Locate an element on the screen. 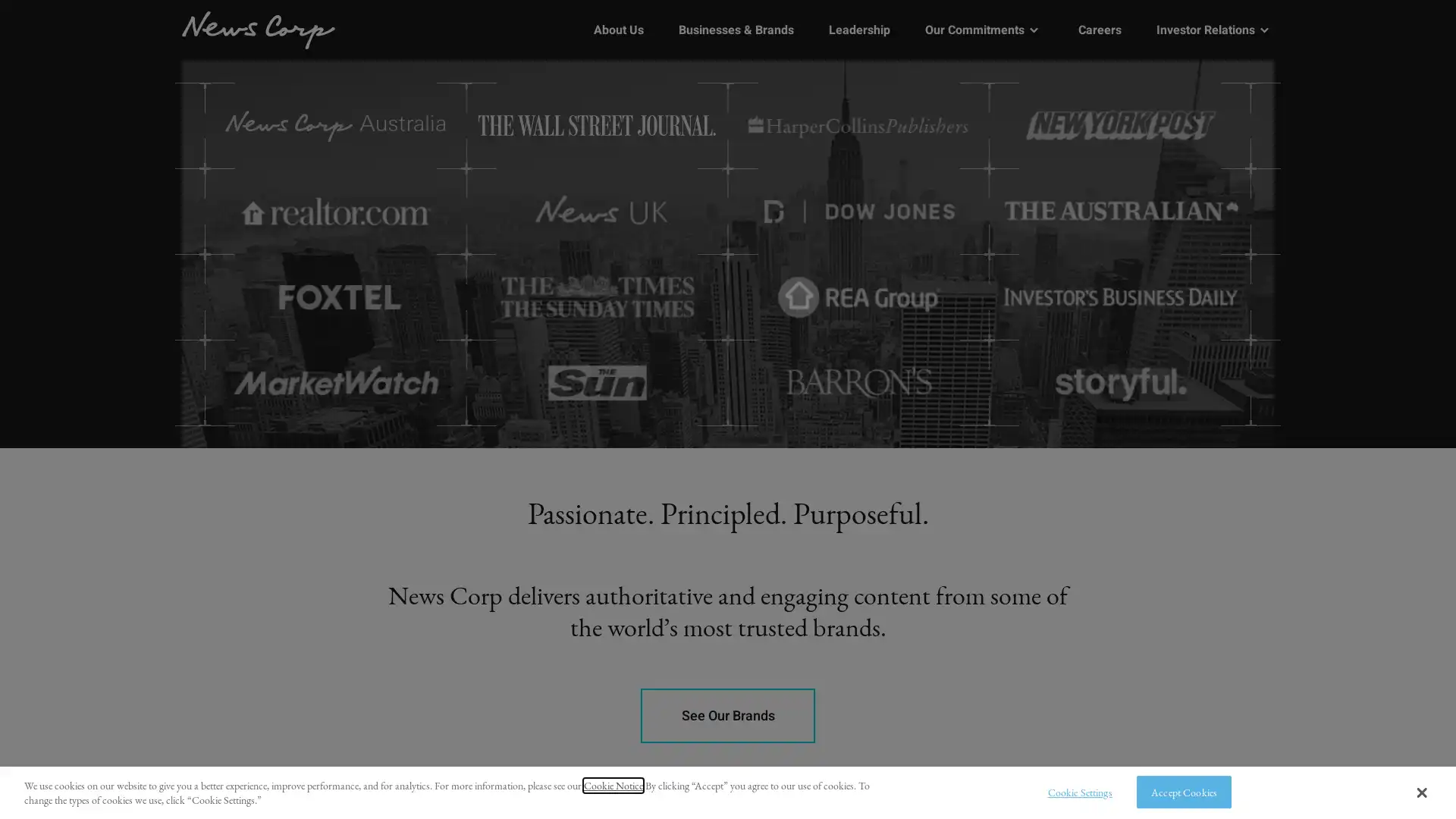 This screenshot has height=819, width=1456. Accept Cookies is located at coordinates (1183, 791).